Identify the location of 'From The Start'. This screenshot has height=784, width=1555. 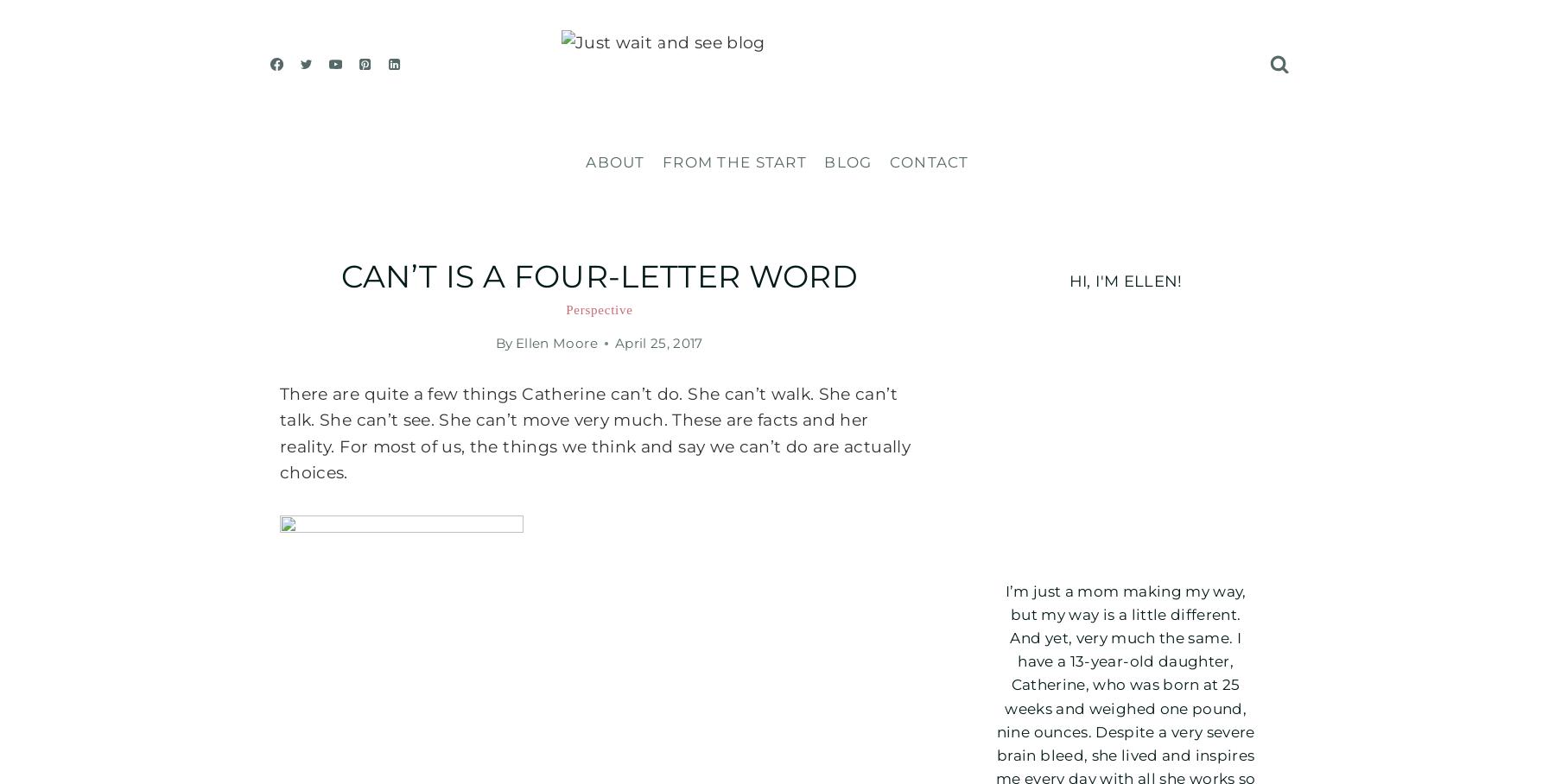
(733, 161).